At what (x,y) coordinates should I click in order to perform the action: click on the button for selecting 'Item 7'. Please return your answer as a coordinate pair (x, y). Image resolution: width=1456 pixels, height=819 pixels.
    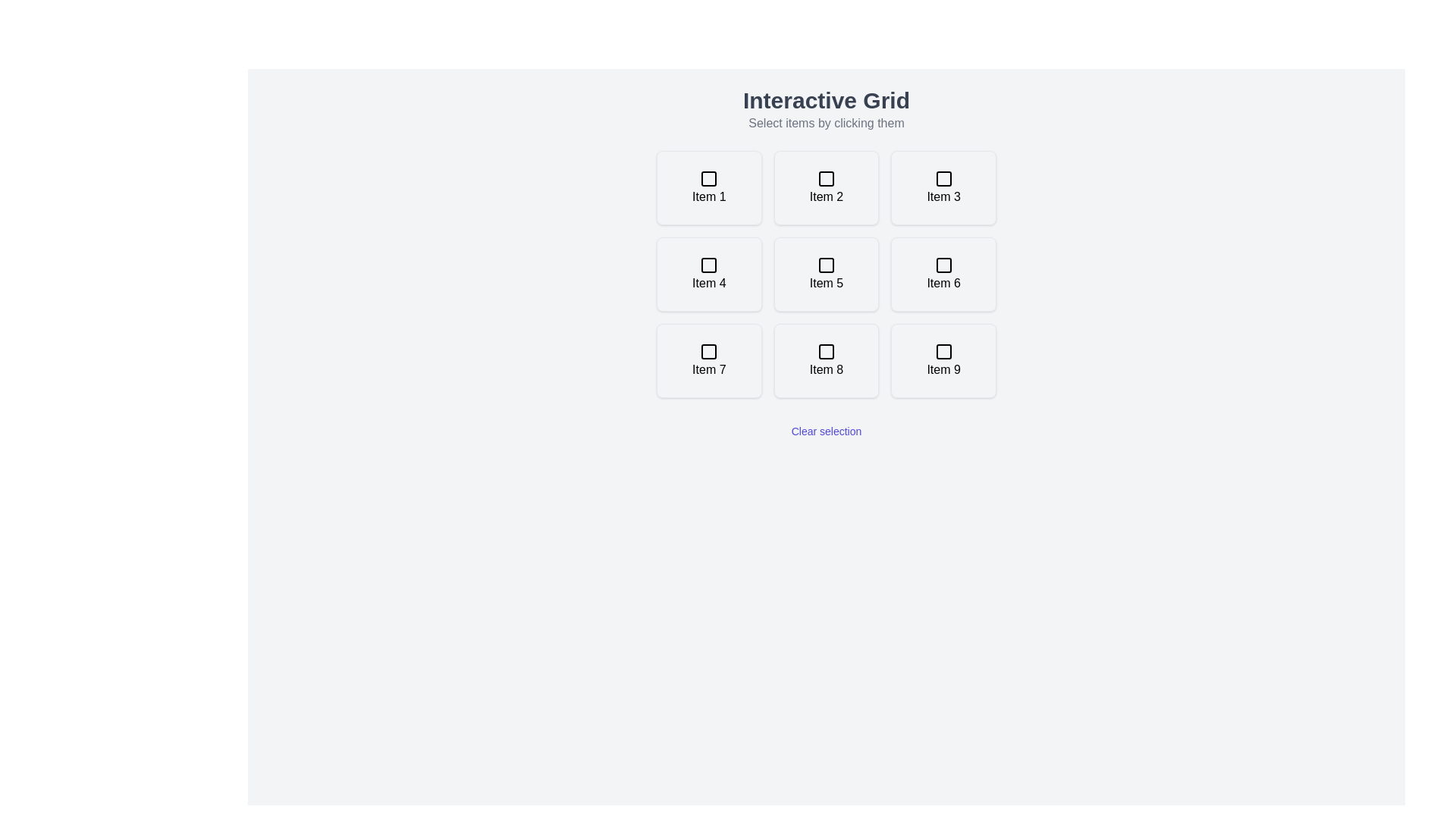
    Looking at the image, I should click on (708, 360).